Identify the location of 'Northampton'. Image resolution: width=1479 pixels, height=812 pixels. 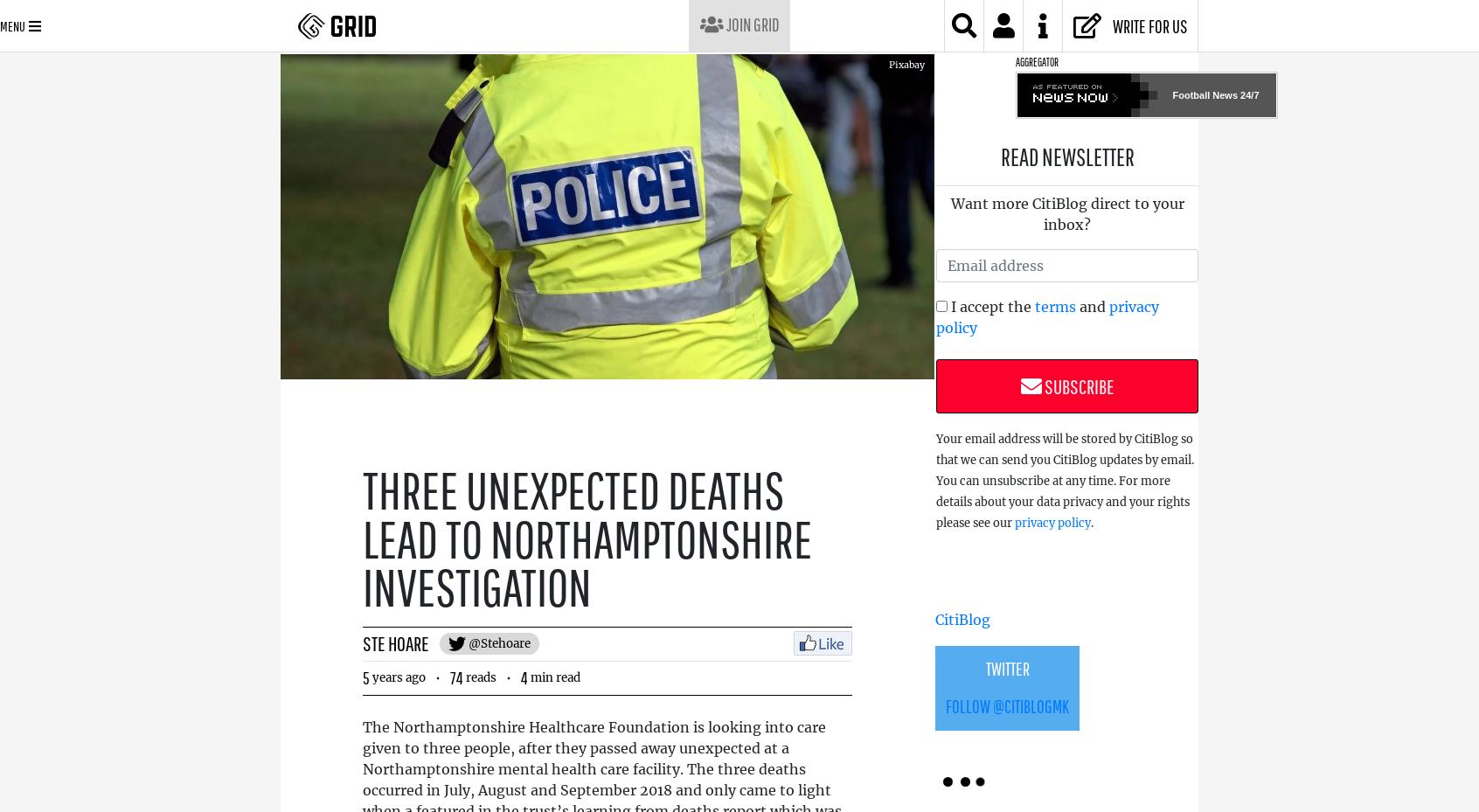
(812, 25).